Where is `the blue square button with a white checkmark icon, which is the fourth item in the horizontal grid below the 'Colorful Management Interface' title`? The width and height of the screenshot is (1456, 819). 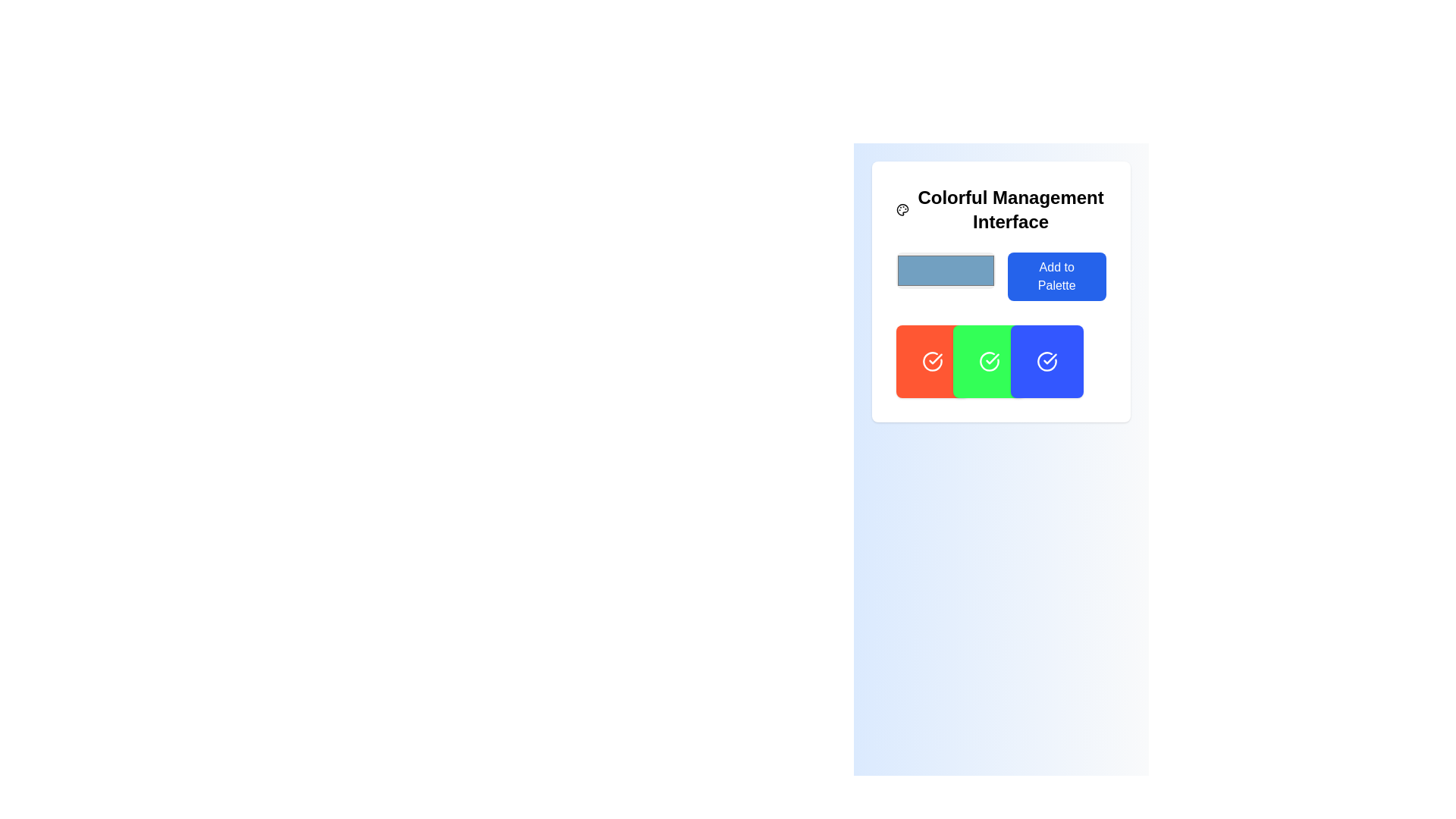
the blue square button with a white checkmark icon, which is the fourth item in the horizontal grid below the 'Colorful Management Interface' title is located at coordinates (1046, 362).